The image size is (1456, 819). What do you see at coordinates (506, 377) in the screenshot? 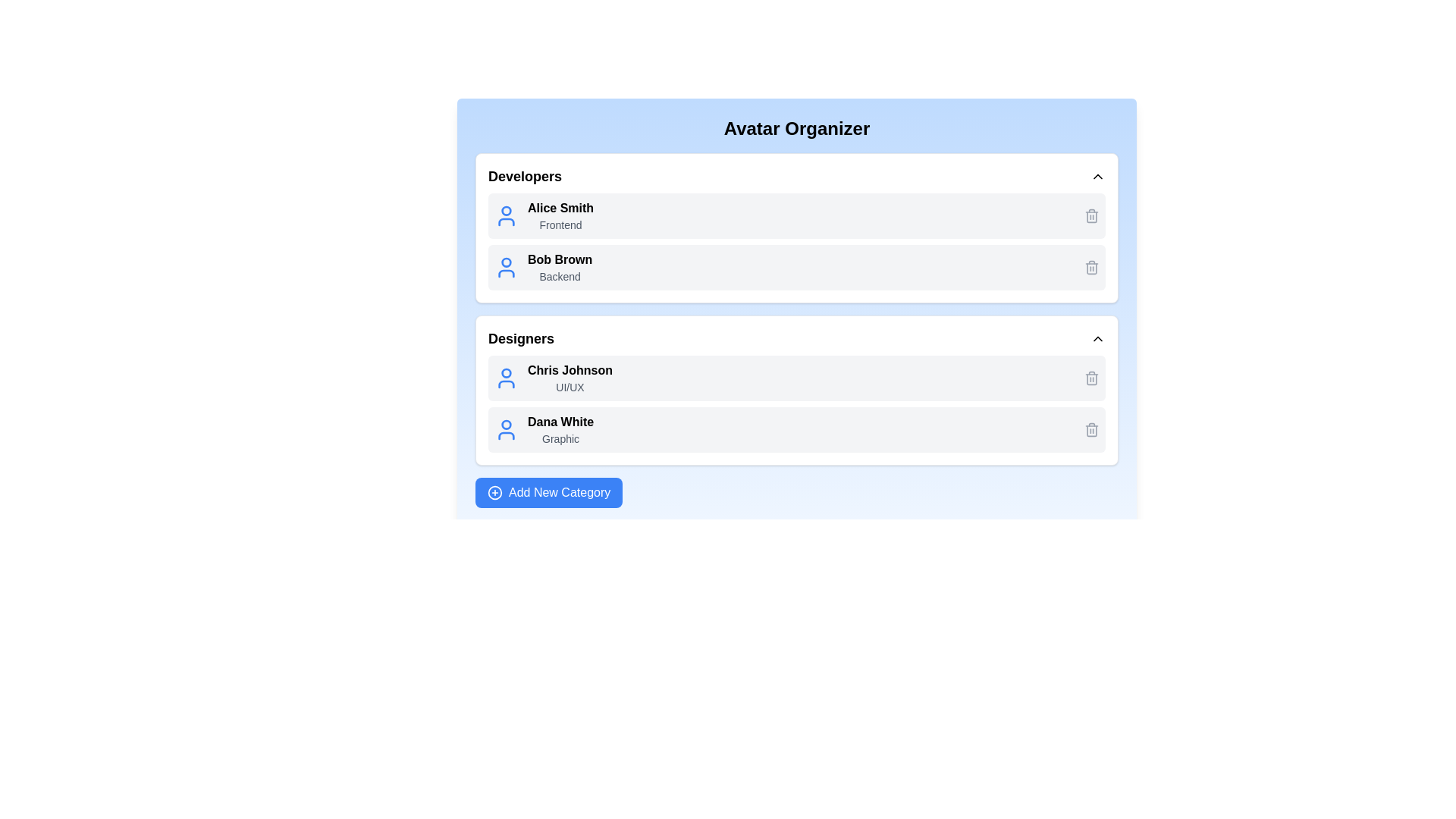
I see `the circular user profile icon with a blue outline representing 'Chris Johnson' in the Designers category section` at bounding box center [506, 377].